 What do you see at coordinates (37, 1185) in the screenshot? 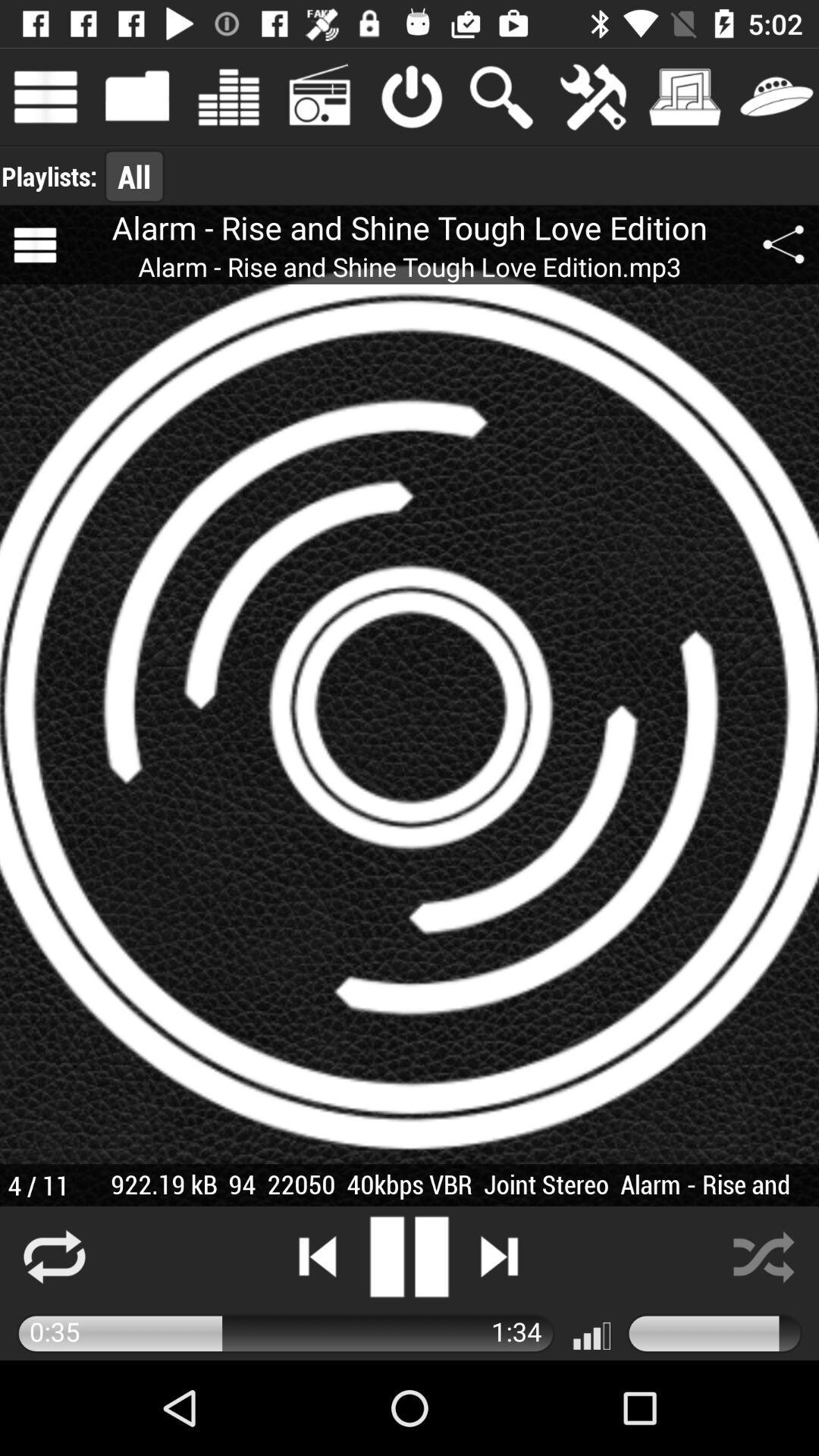
I see `the 4 / 11` at bounding box center [37, 1185].